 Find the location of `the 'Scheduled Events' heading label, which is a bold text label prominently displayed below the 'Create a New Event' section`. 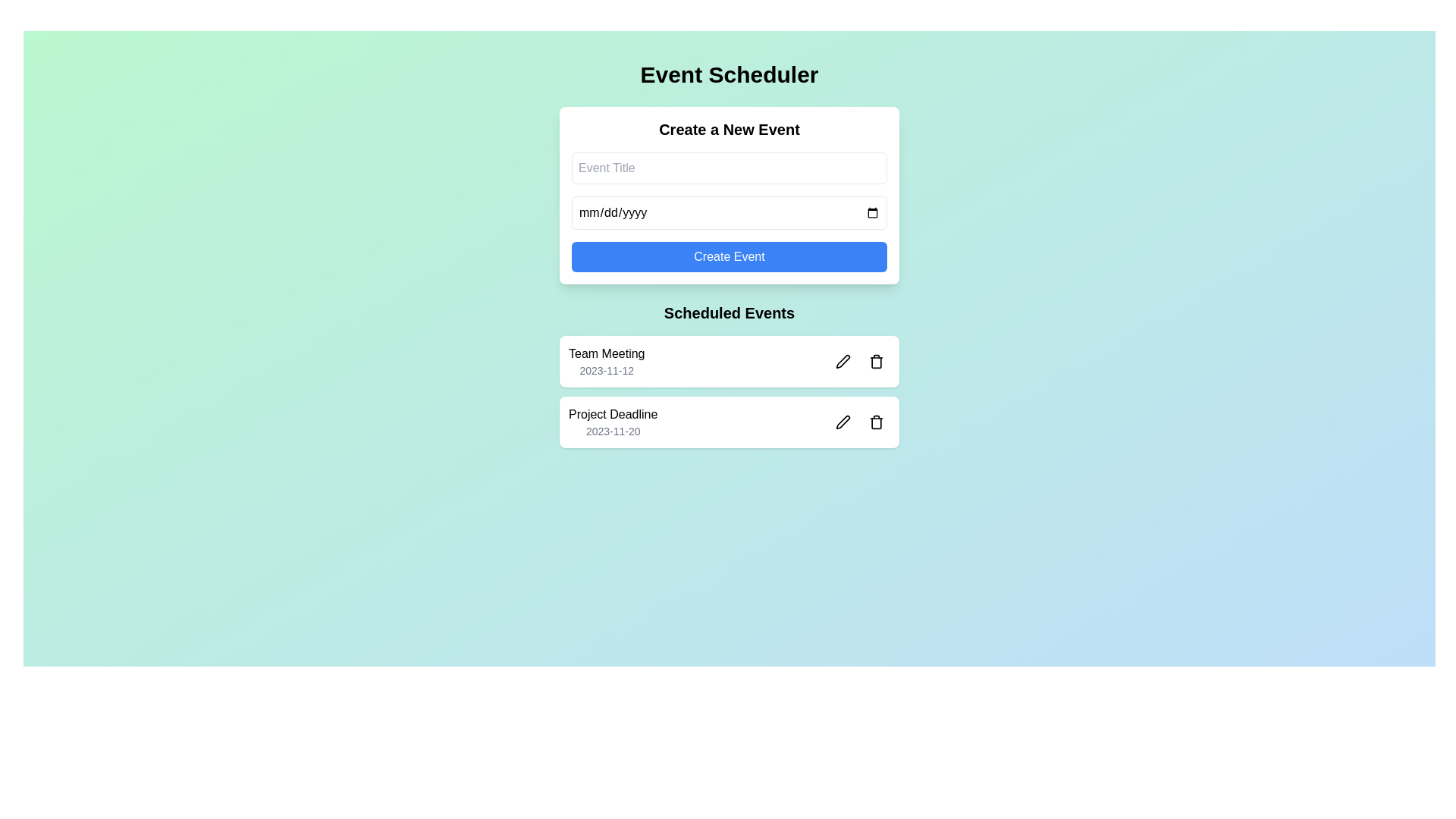

the 'Scheduled Events' heading label, which is a bold text label prominently displayed below the 'Create a New Event' section is located at coordinates (729, 312).